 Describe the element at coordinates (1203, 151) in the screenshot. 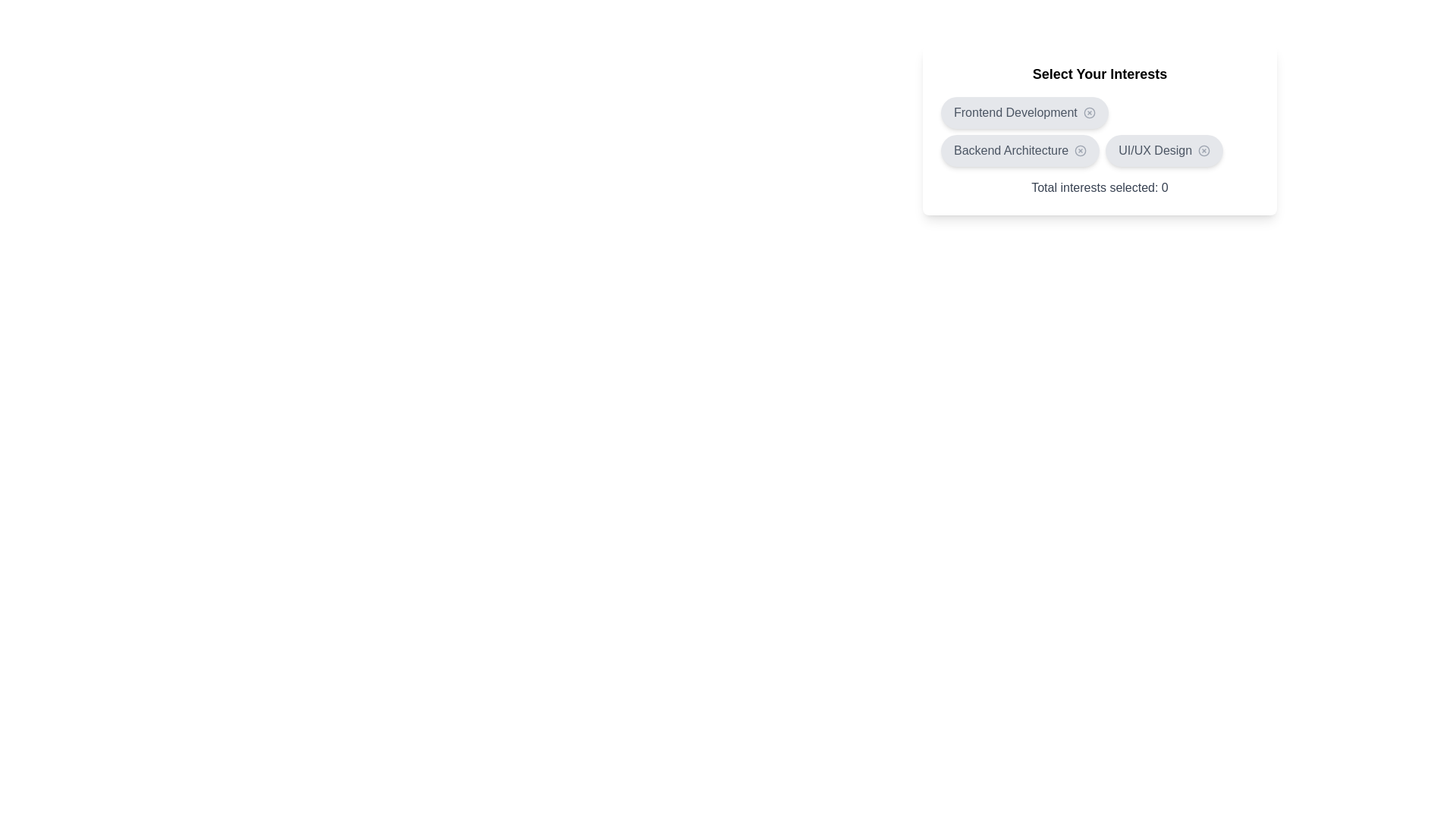

I see `the small circular close icon located to the right of the 'UI/UX Design' button` at that location.